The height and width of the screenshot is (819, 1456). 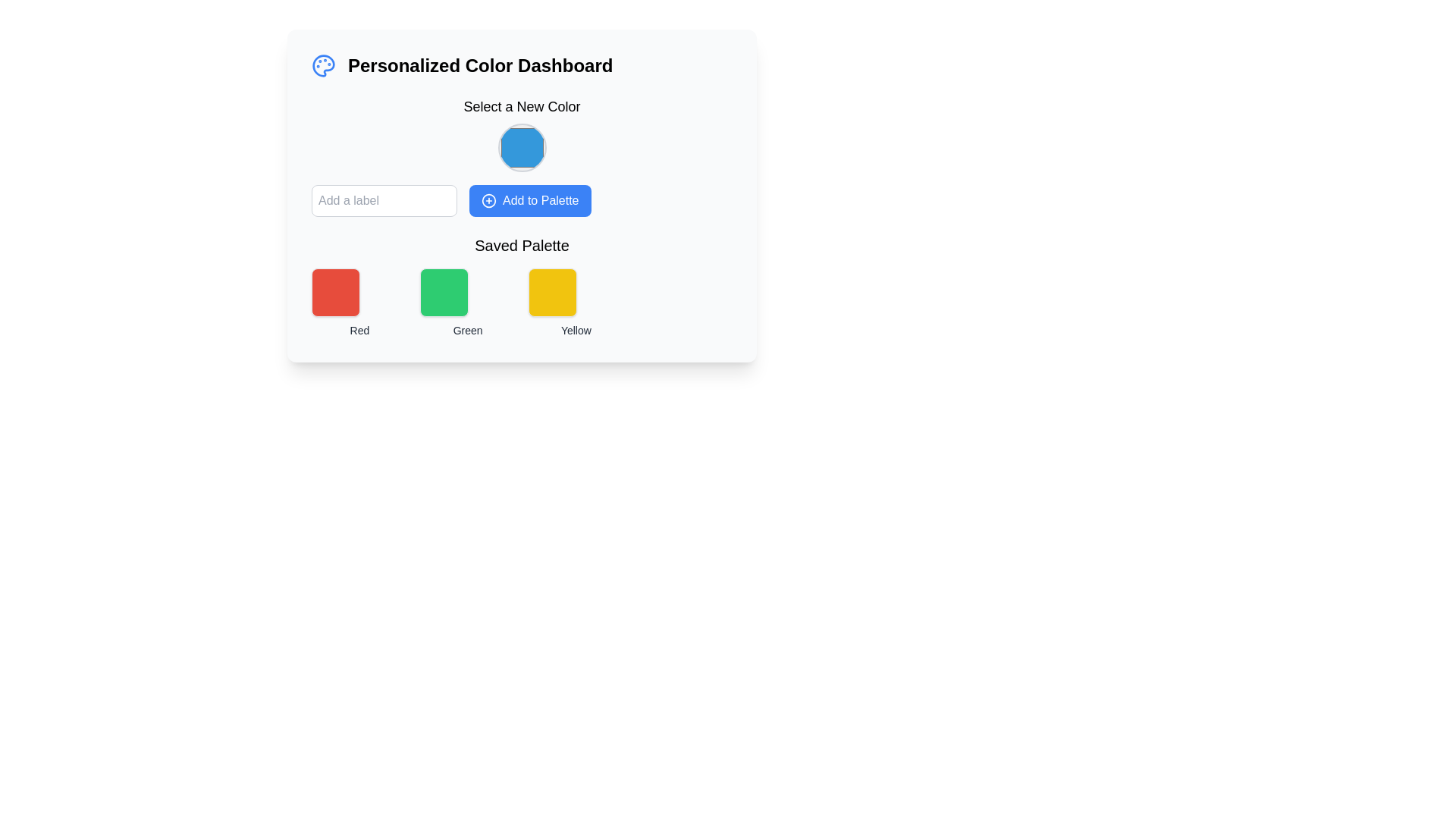 What do you see at coordinates (613, 278) in the screenshot?
I see `the trash icon button, which is a small square with a trash can symbol inside, located in the top-right corner of the 'Yellow' palette item, to change its color to red` at bounding box center [613, 278].